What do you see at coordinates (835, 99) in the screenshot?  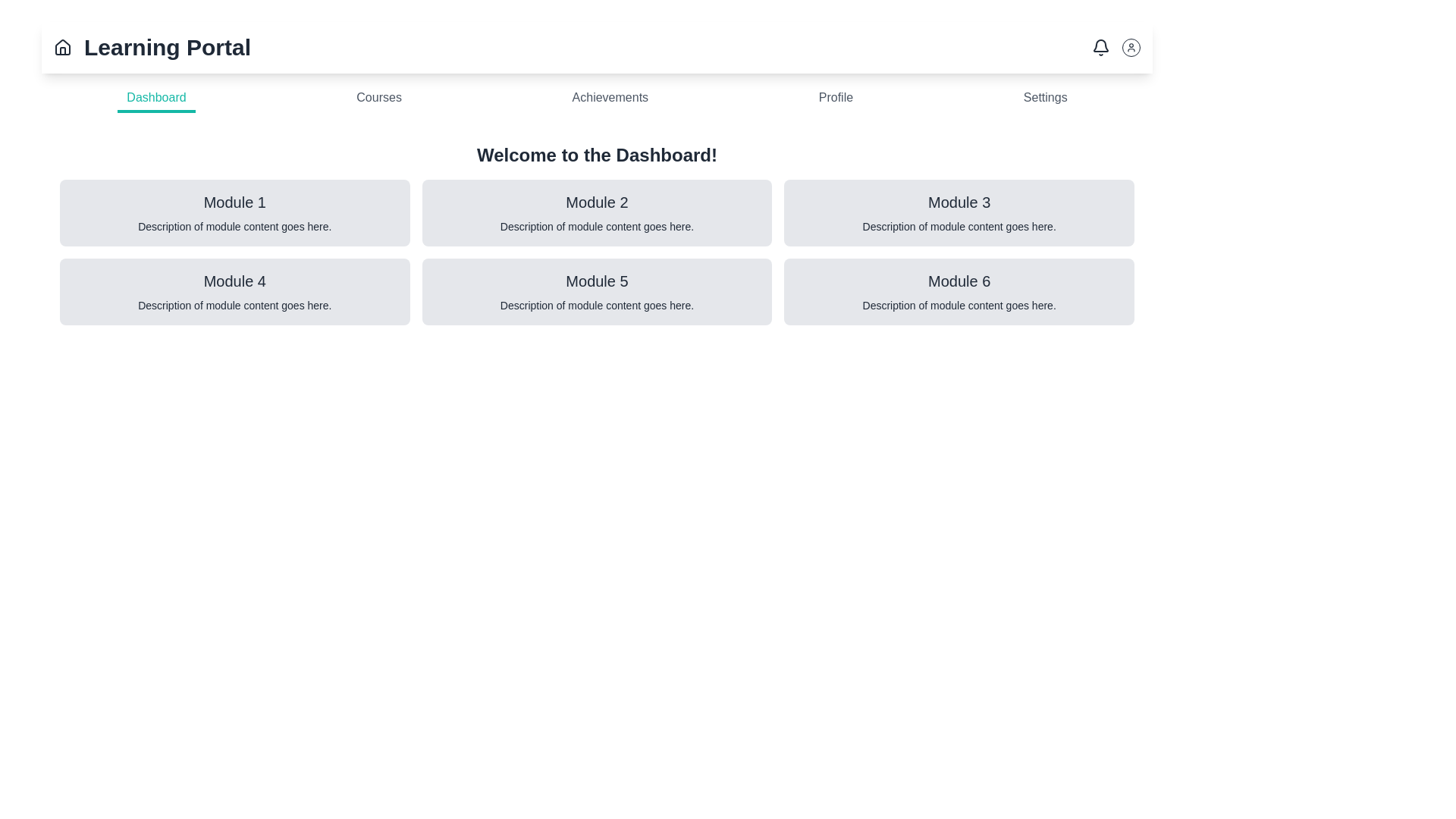 I see `the 'Profile' button in the navigation menu` at bounding box center [835, 99].